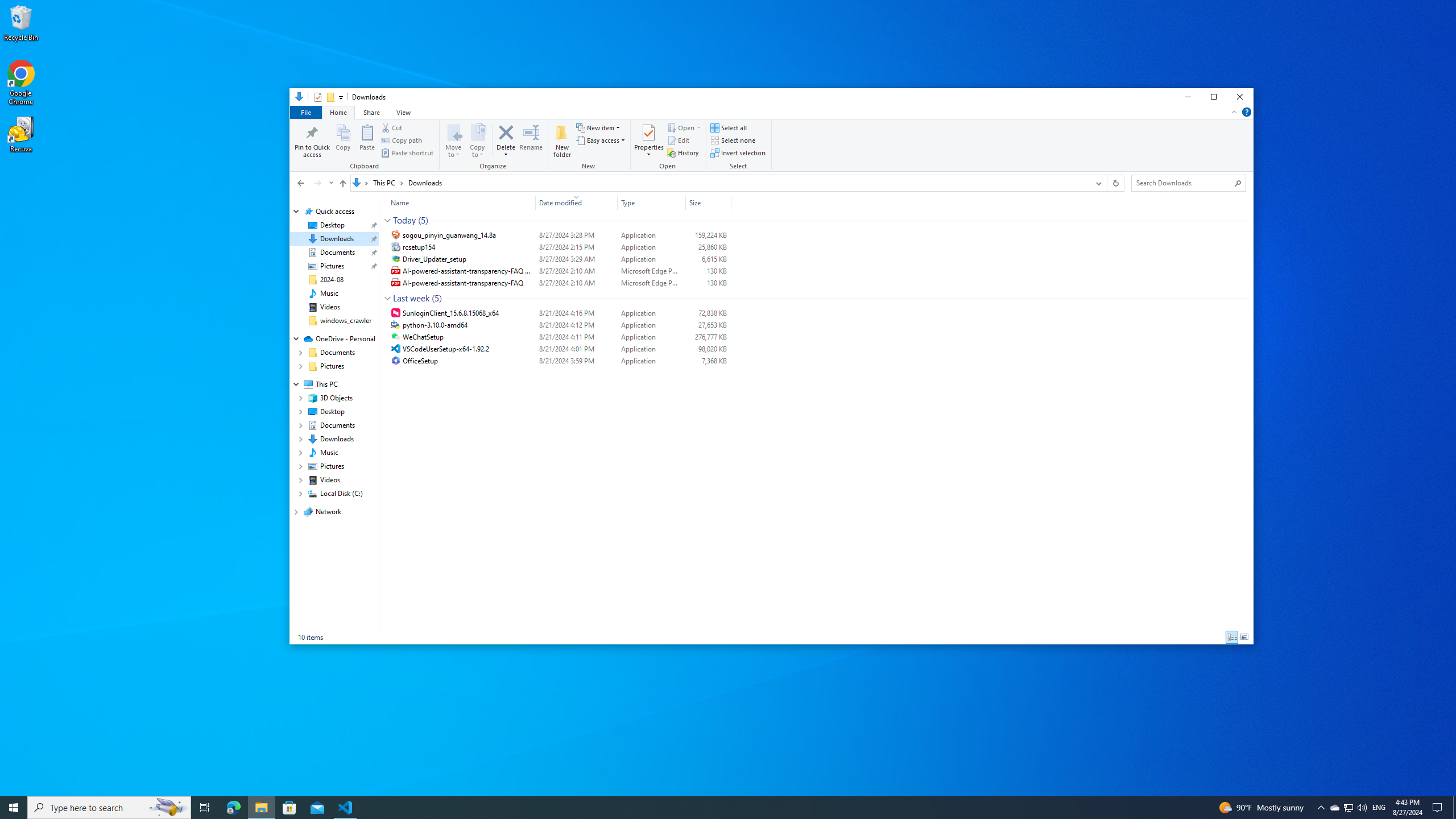 This screenshot has width=1456, height=819. Describe the element at coordinates (317, 183) in the screenshot. I see `'Forward (Alt + Right Arrow)'` at that location.